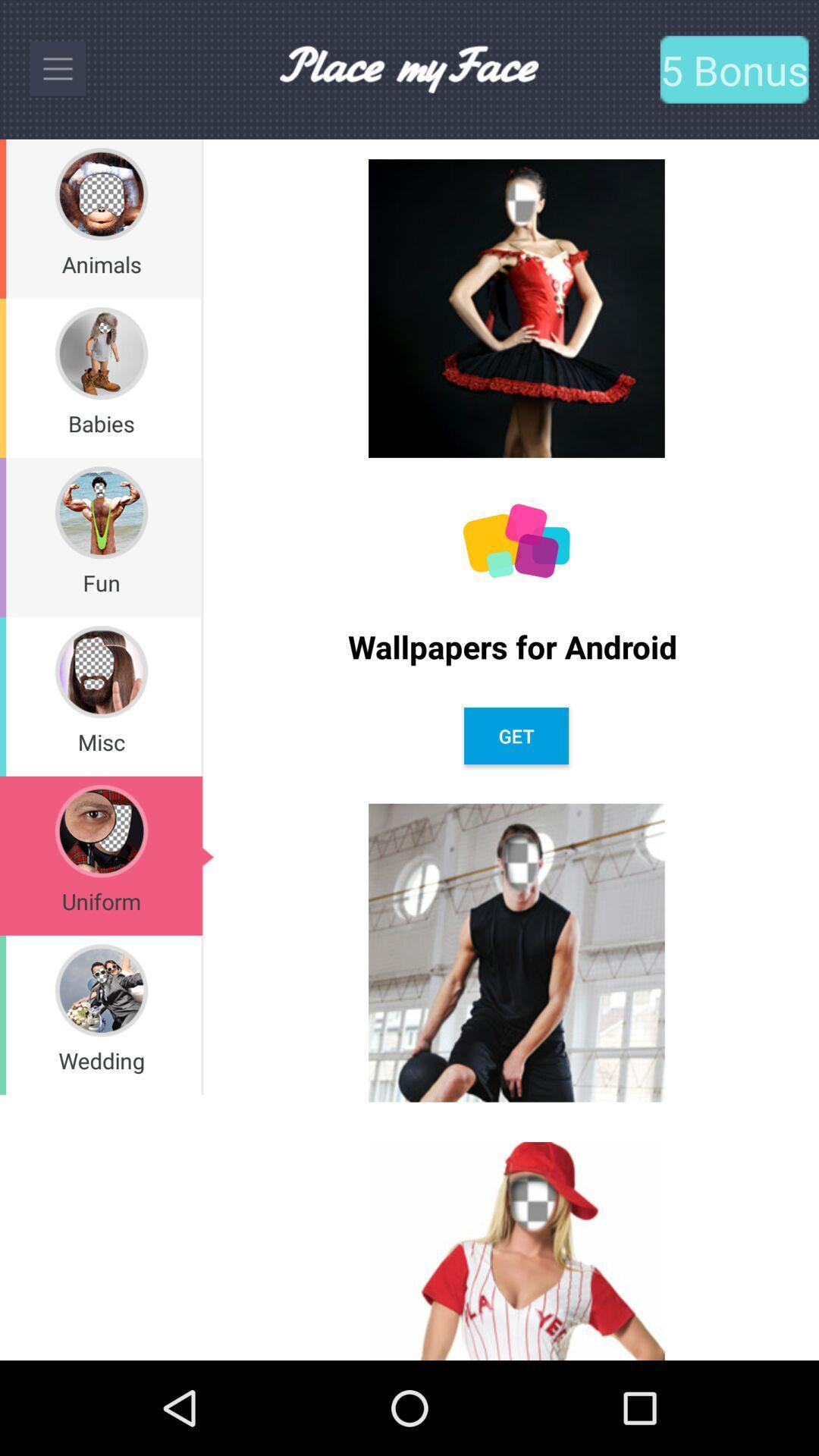  What do you see at coordinates (516, 646) in the screenshot?
I see `the button above get` at bounding box center [516, 646].